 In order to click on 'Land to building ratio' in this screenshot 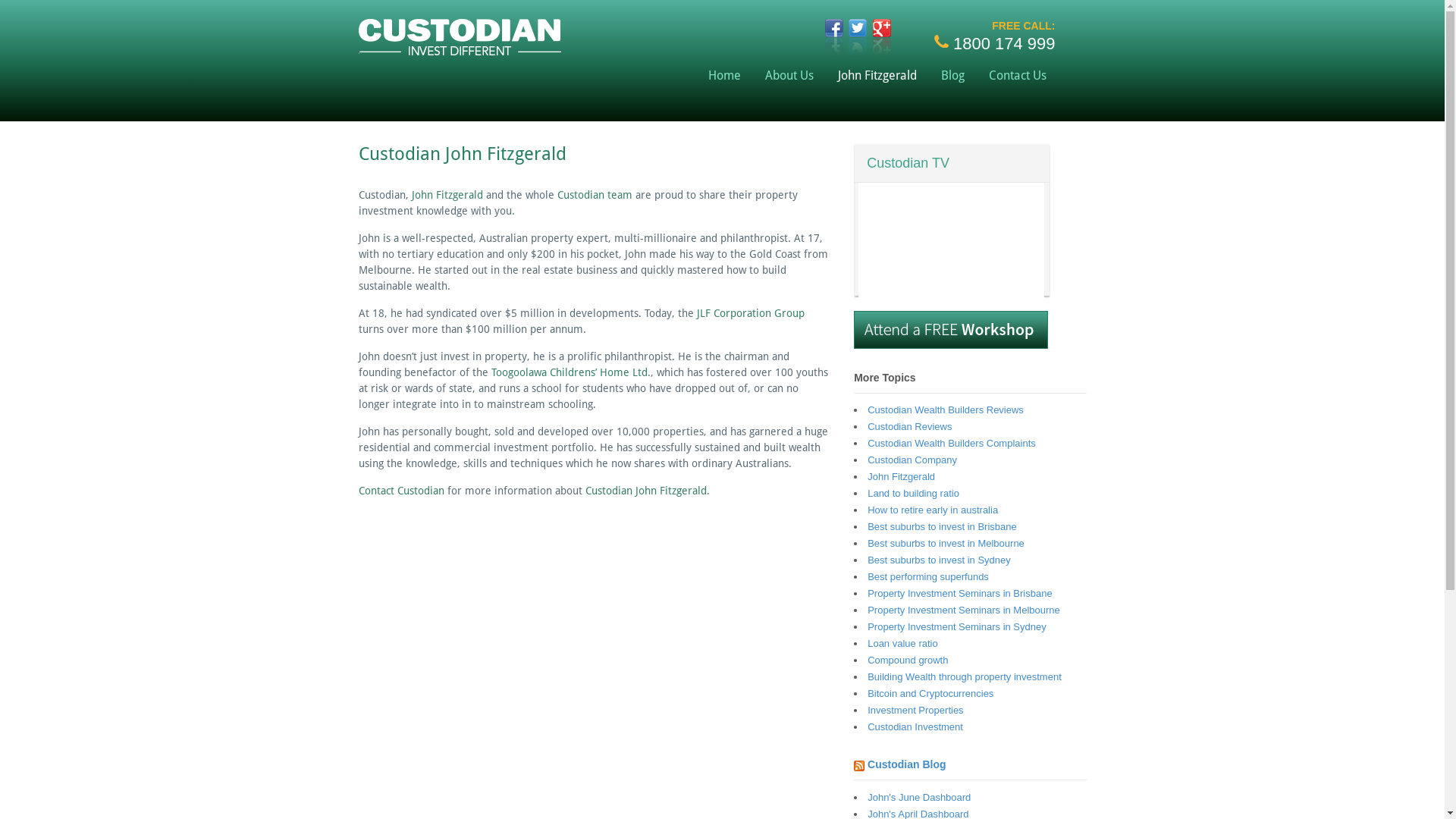, I will do `click(912, 493)`.